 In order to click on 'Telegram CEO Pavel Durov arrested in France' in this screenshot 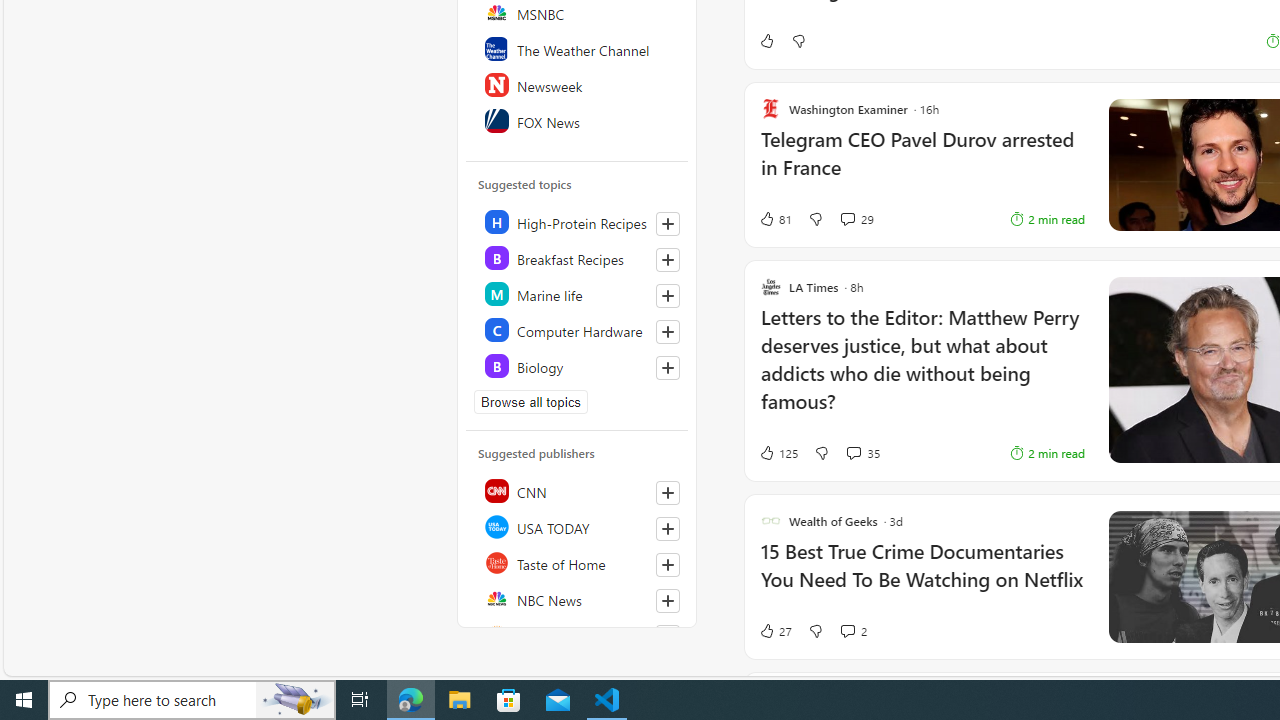, I will do `click(921, 163)`.